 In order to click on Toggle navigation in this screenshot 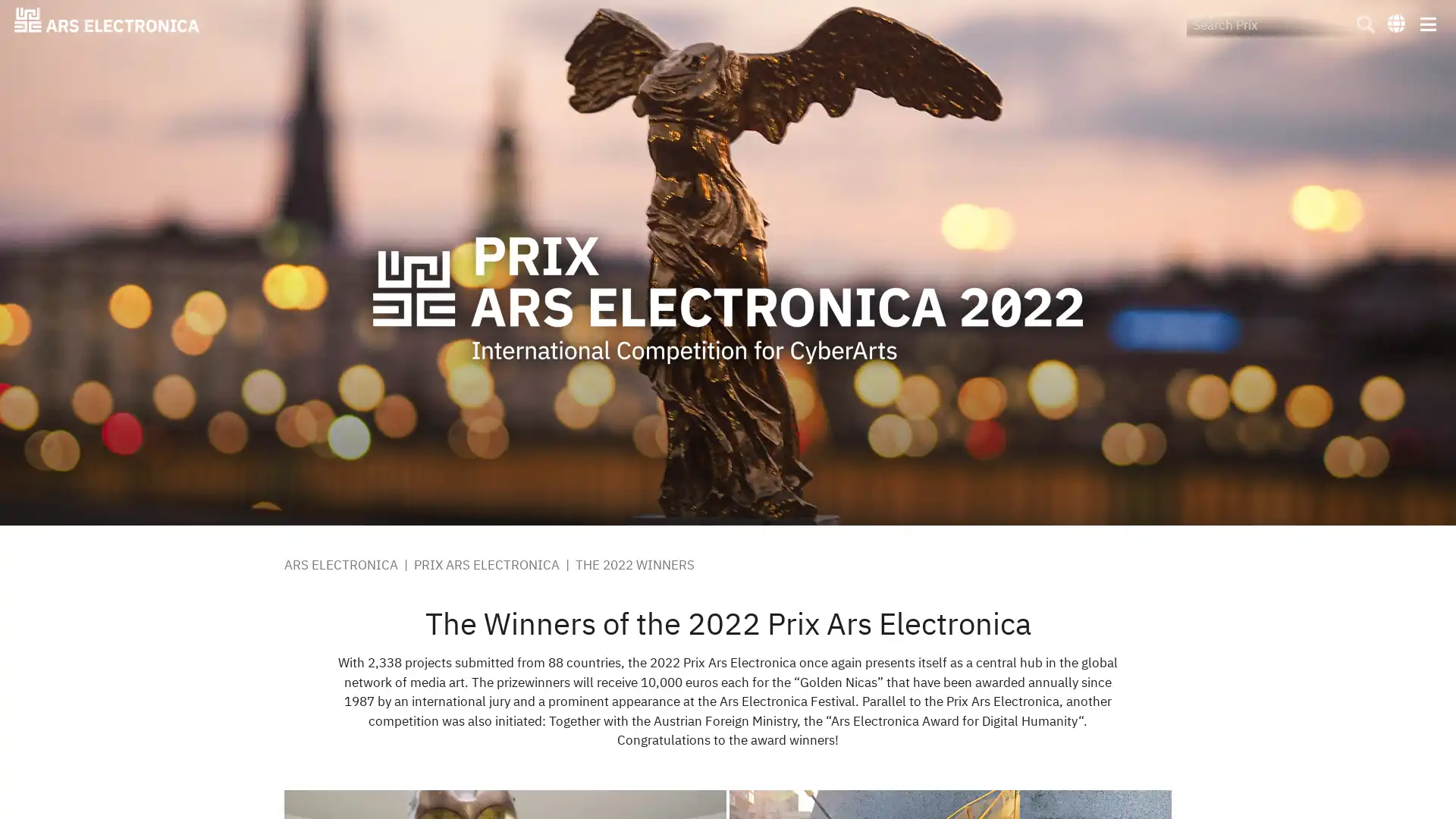, I will do `click(1426, 23)`.